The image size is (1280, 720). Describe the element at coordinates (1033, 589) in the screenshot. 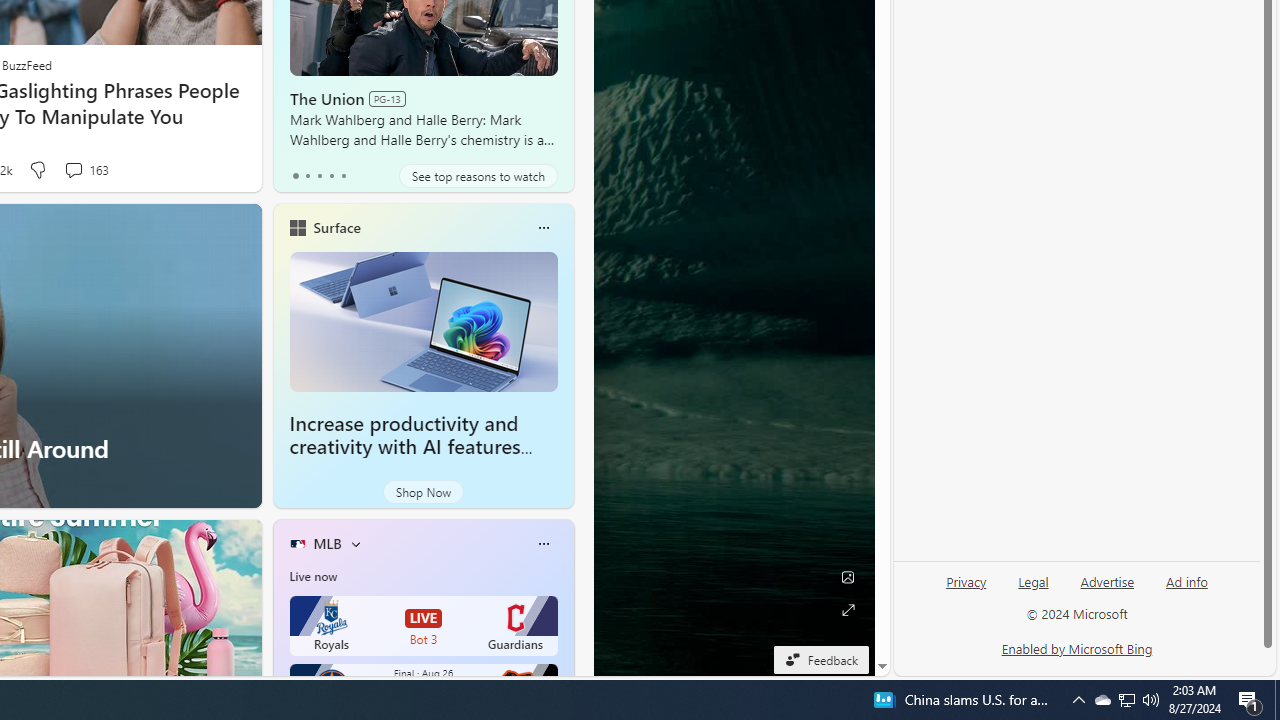

I see `'Legal'` at that location.